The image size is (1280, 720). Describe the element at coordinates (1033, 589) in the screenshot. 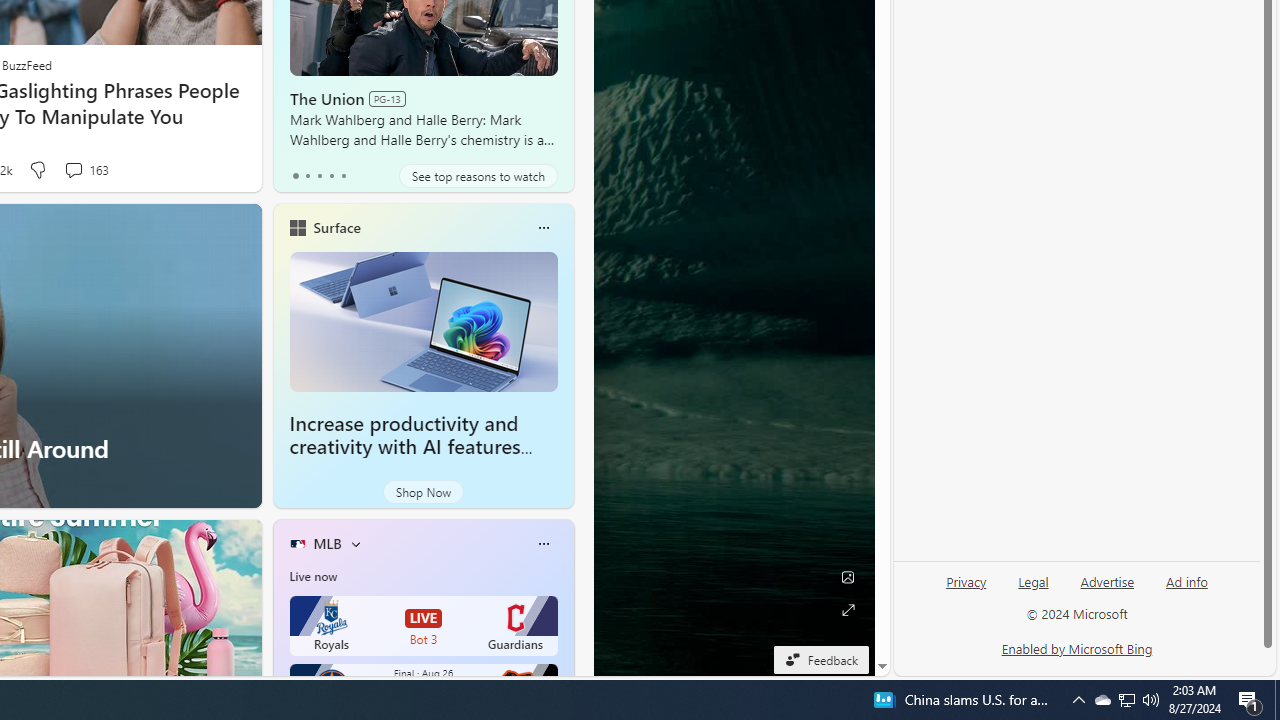

I see `'Legal'` at that location.